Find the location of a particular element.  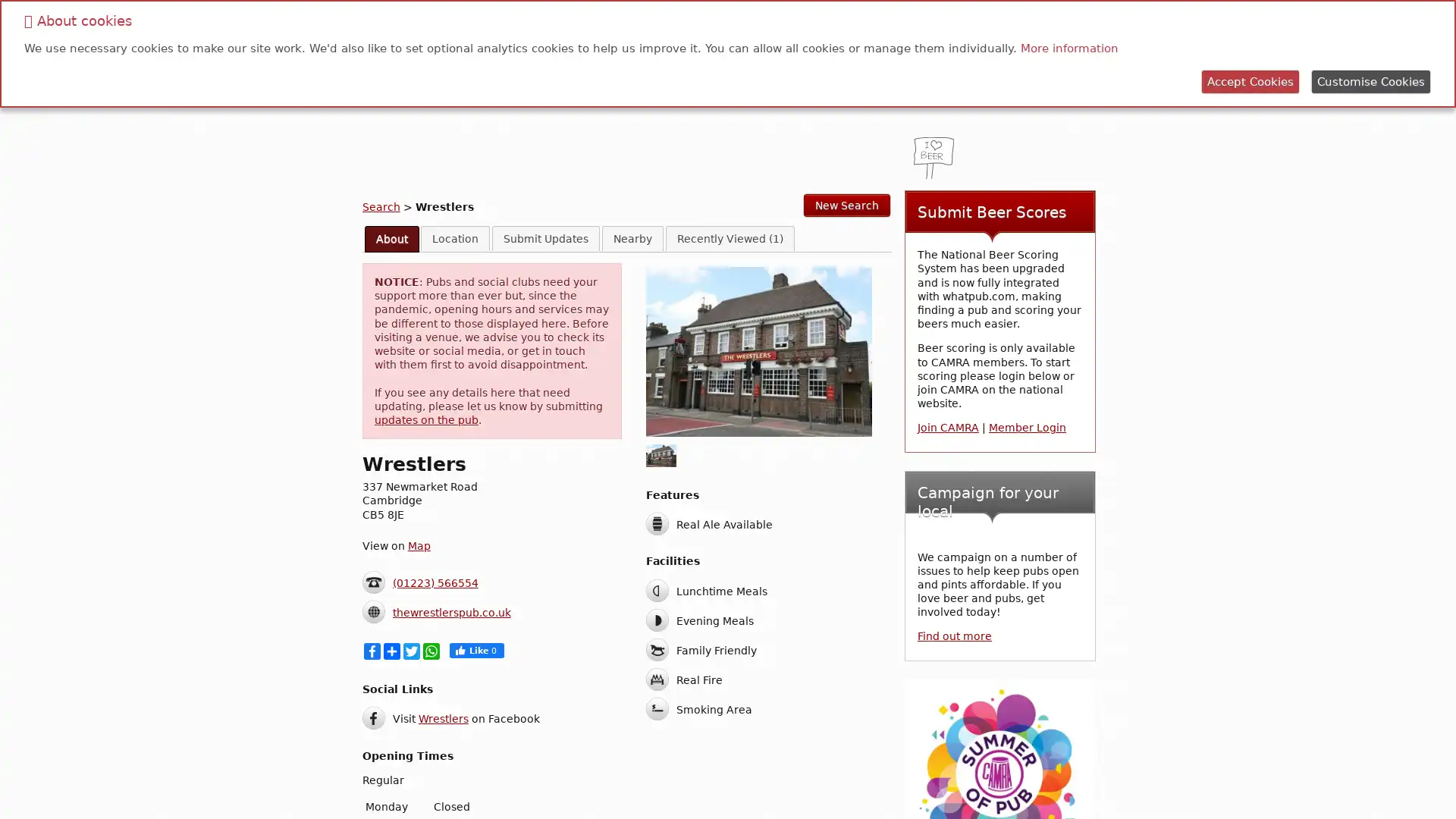

Accept Cookies is located at coordinates (1250, 81).